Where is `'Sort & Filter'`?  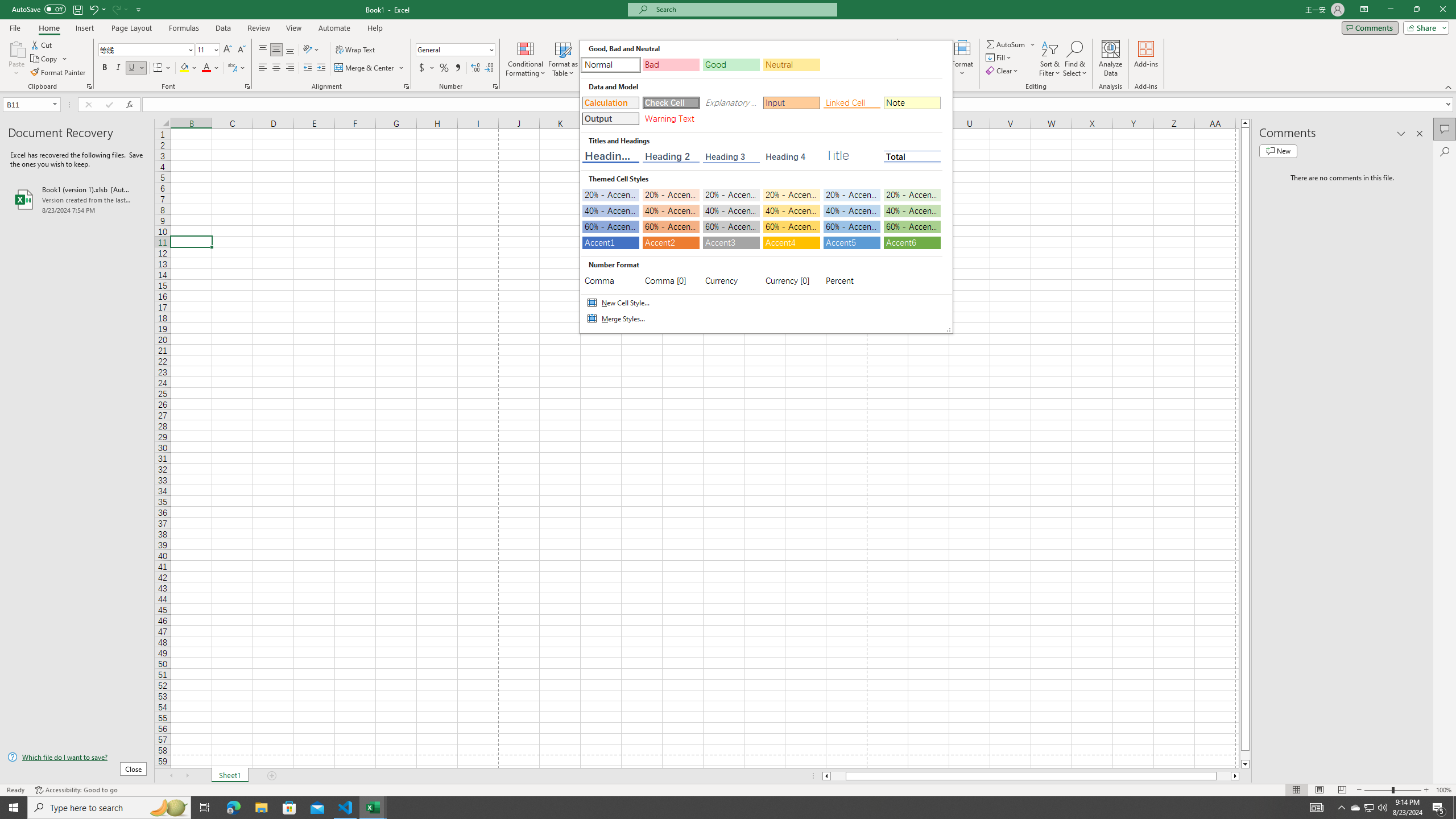 'Sort & Filter' is located at coordinates (1049, 59).